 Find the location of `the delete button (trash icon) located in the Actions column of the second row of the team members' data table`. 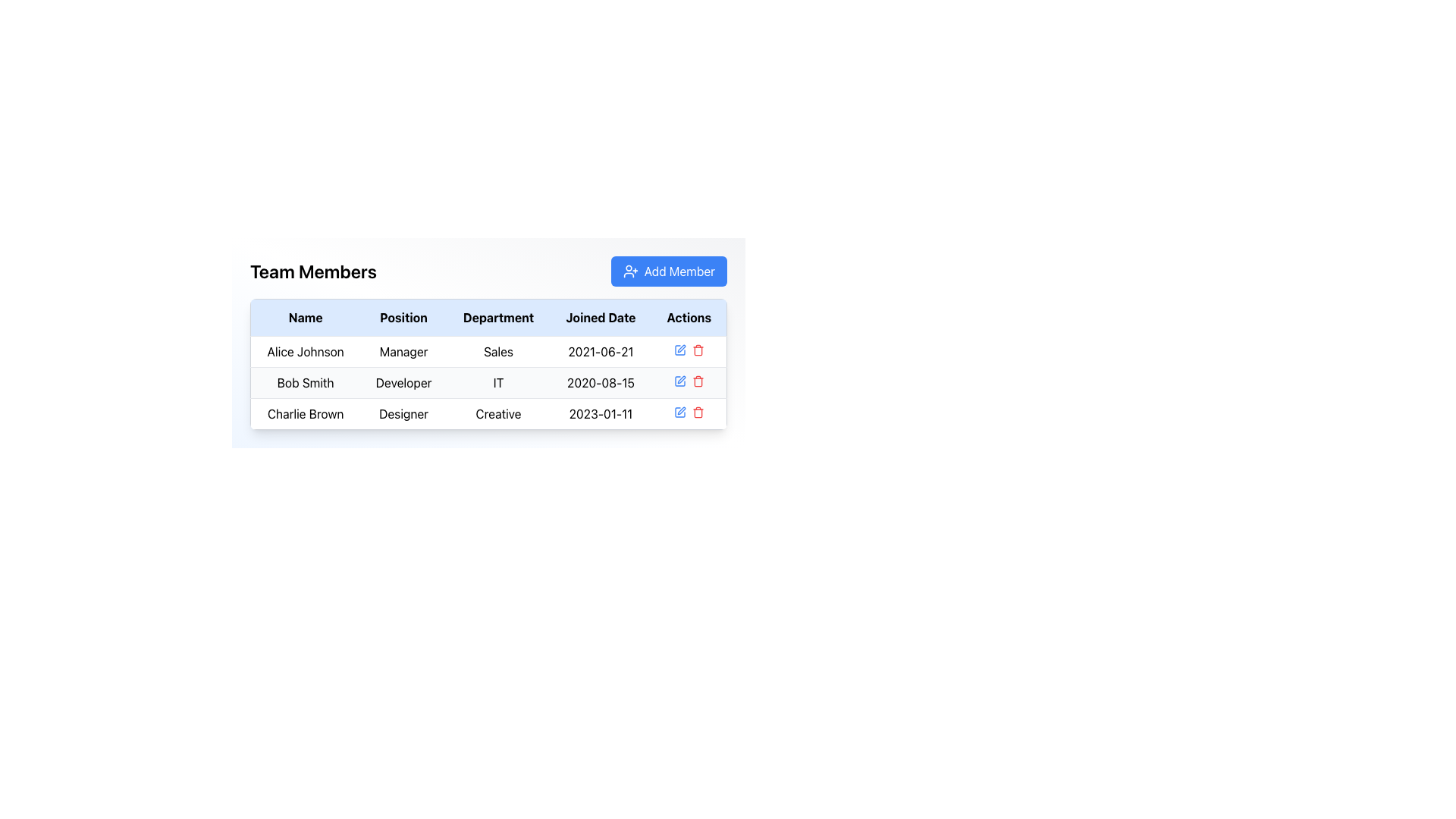

the delete button (trash icon) located in the Actions column of the second row of the team members' data table is located at coordinates (697, 380).